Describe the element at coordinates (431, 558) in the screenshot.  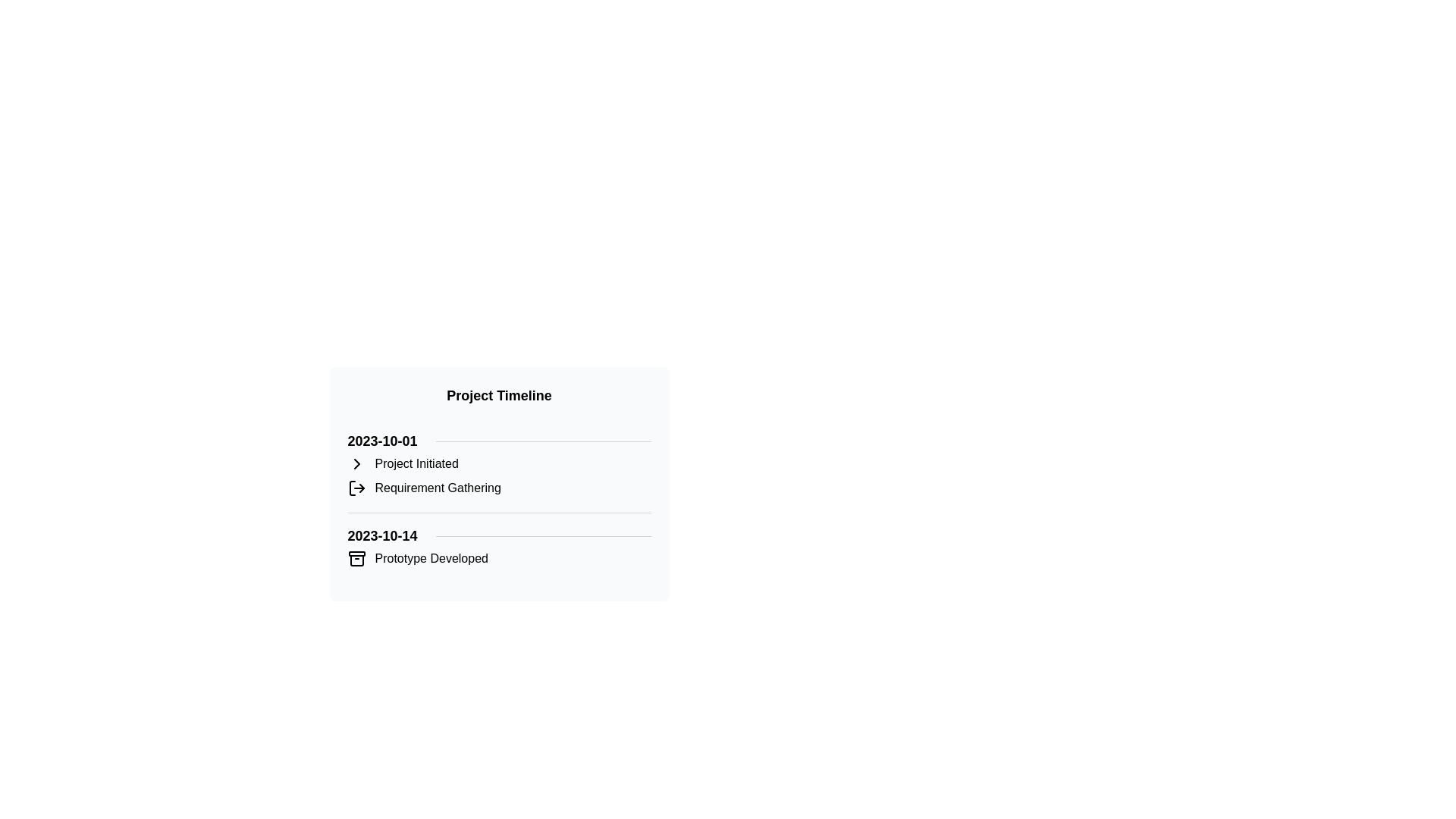
I see `the static text label displaying 'Prototype Developed' in black on a white background` at that location.